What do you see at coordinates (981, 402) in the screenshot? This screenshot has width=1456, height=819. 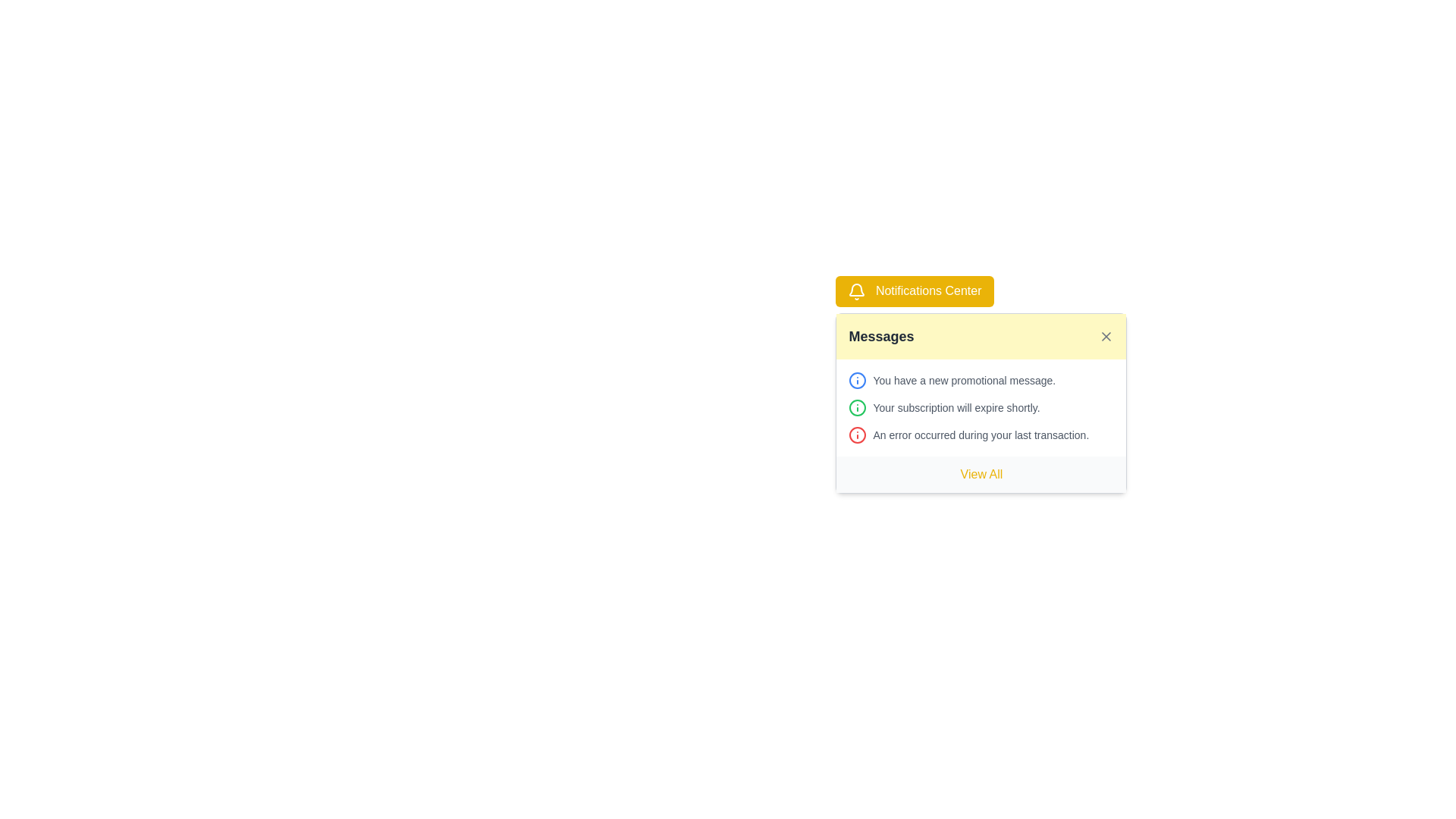 I see `information listed in the 'Messages' notification modal, which displays promotional messages, subscription expiration, and an error, located below the 'Notifications Center' button` at bounding box center [981, 402].